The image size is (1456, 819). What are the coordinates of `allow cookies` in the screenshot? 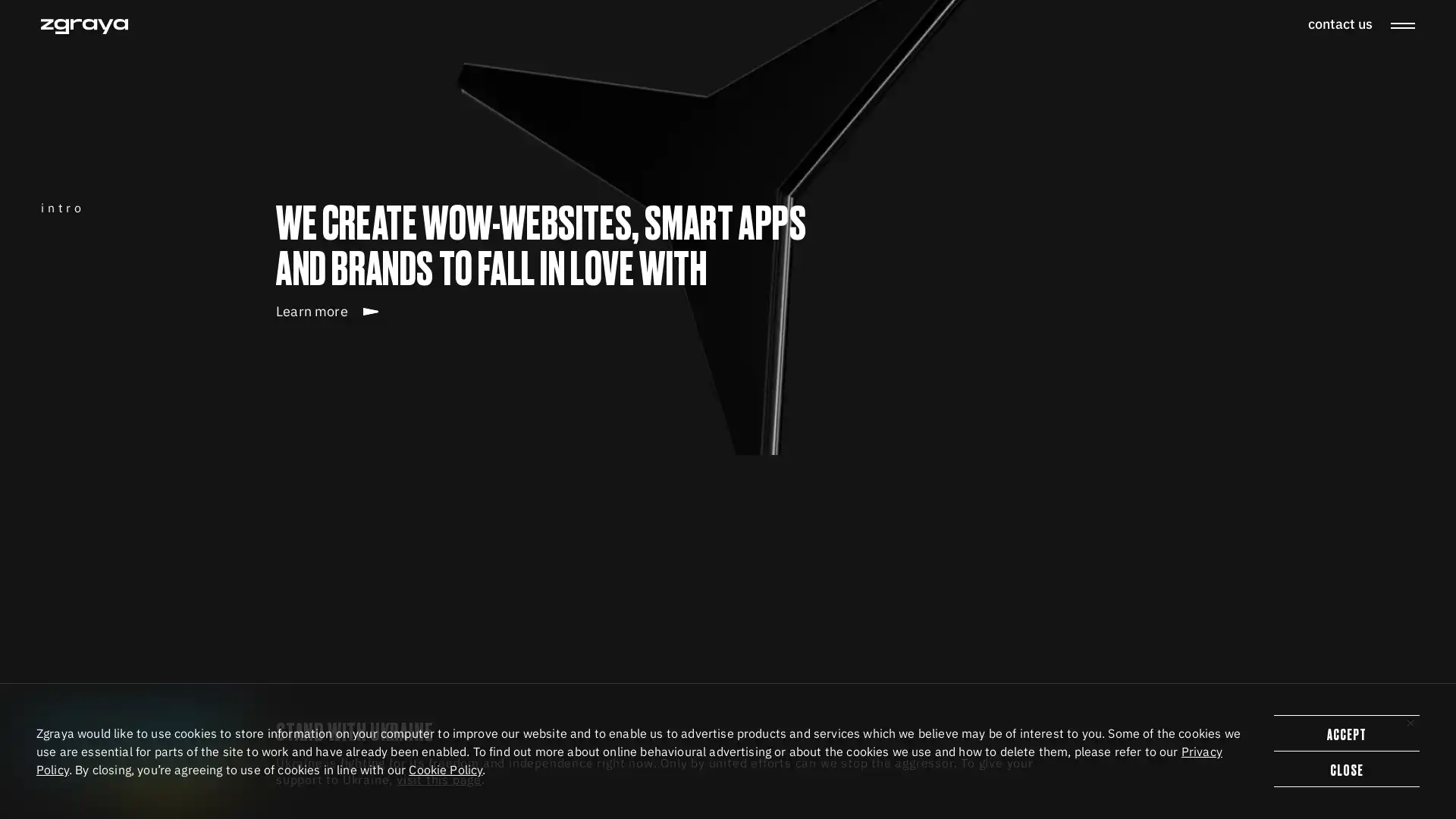 It's located at (1347, 733).